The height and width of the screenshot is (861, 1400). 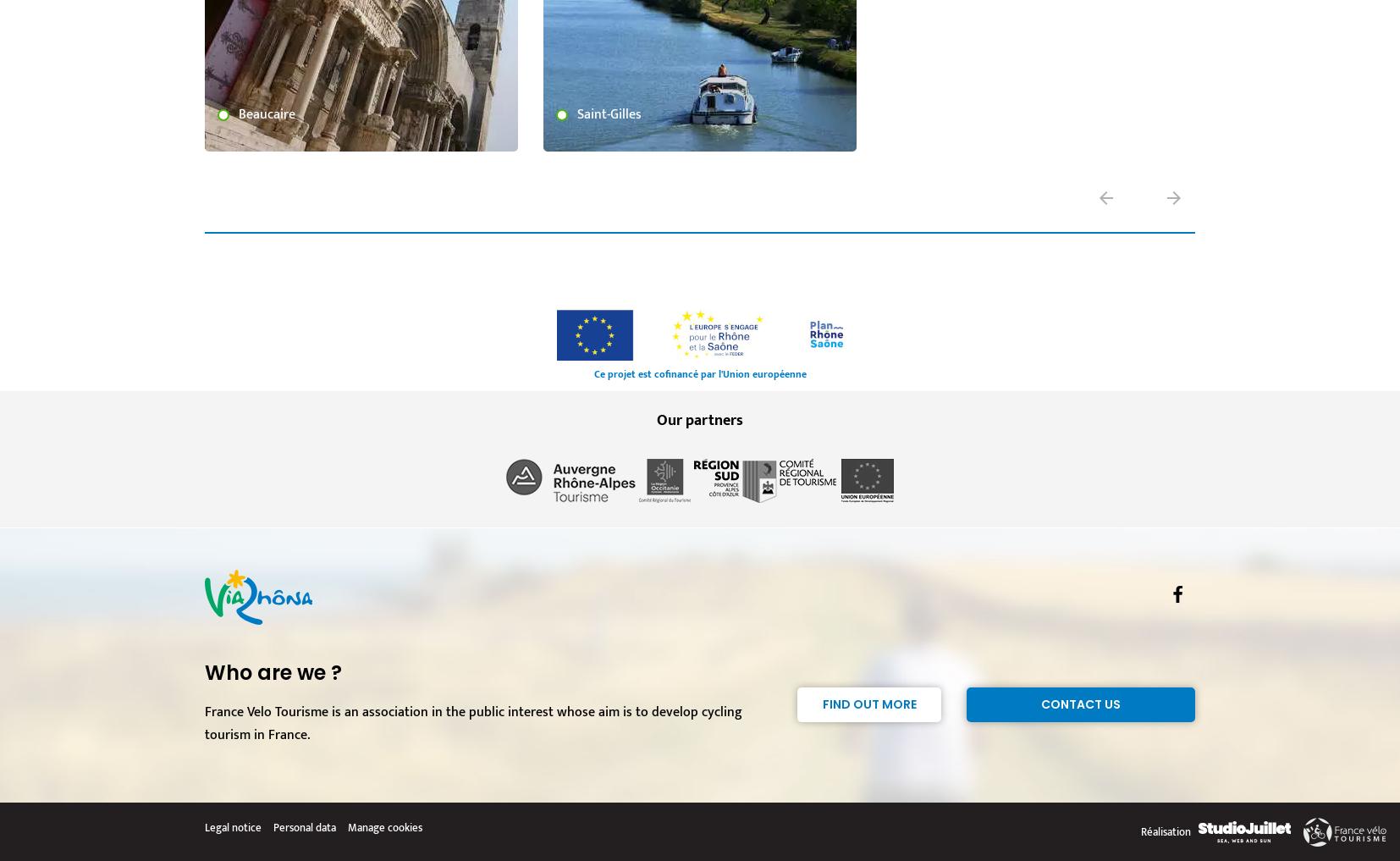 I want to click on 'Ce projet est cofinancé par l'Union européenne', so click(x=699, y=373).